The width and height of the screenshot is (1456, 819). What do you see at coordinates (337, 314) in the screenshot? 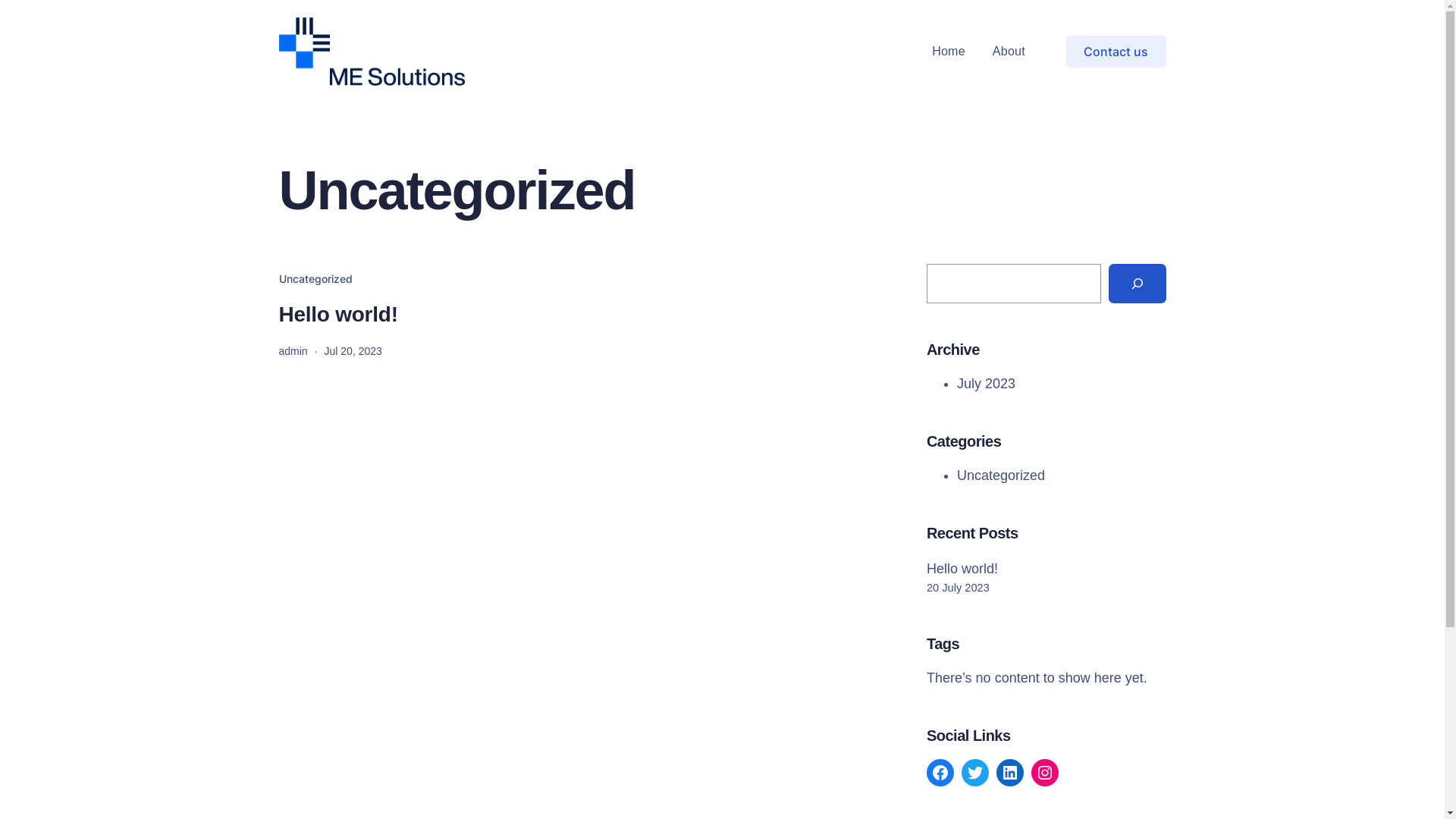
I see `'Hello world!'` at bounding box center [337, 314].